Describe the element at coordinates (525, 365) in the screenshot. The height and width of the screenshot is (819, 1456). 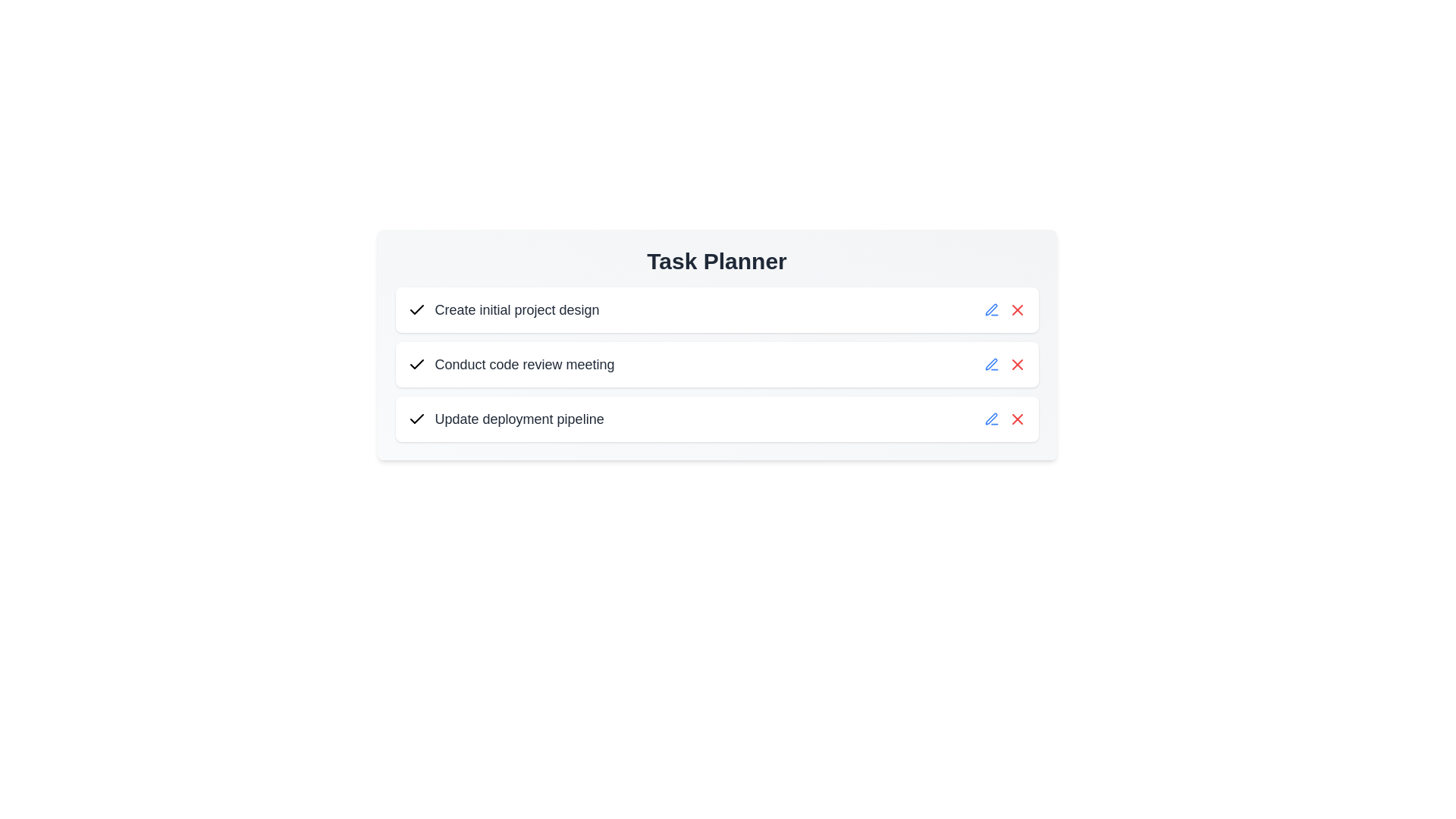
I see `the text label that reads 'Conduct code review meeting', which is styled in gray font and located in the second task row of a vertical task list` at that location.